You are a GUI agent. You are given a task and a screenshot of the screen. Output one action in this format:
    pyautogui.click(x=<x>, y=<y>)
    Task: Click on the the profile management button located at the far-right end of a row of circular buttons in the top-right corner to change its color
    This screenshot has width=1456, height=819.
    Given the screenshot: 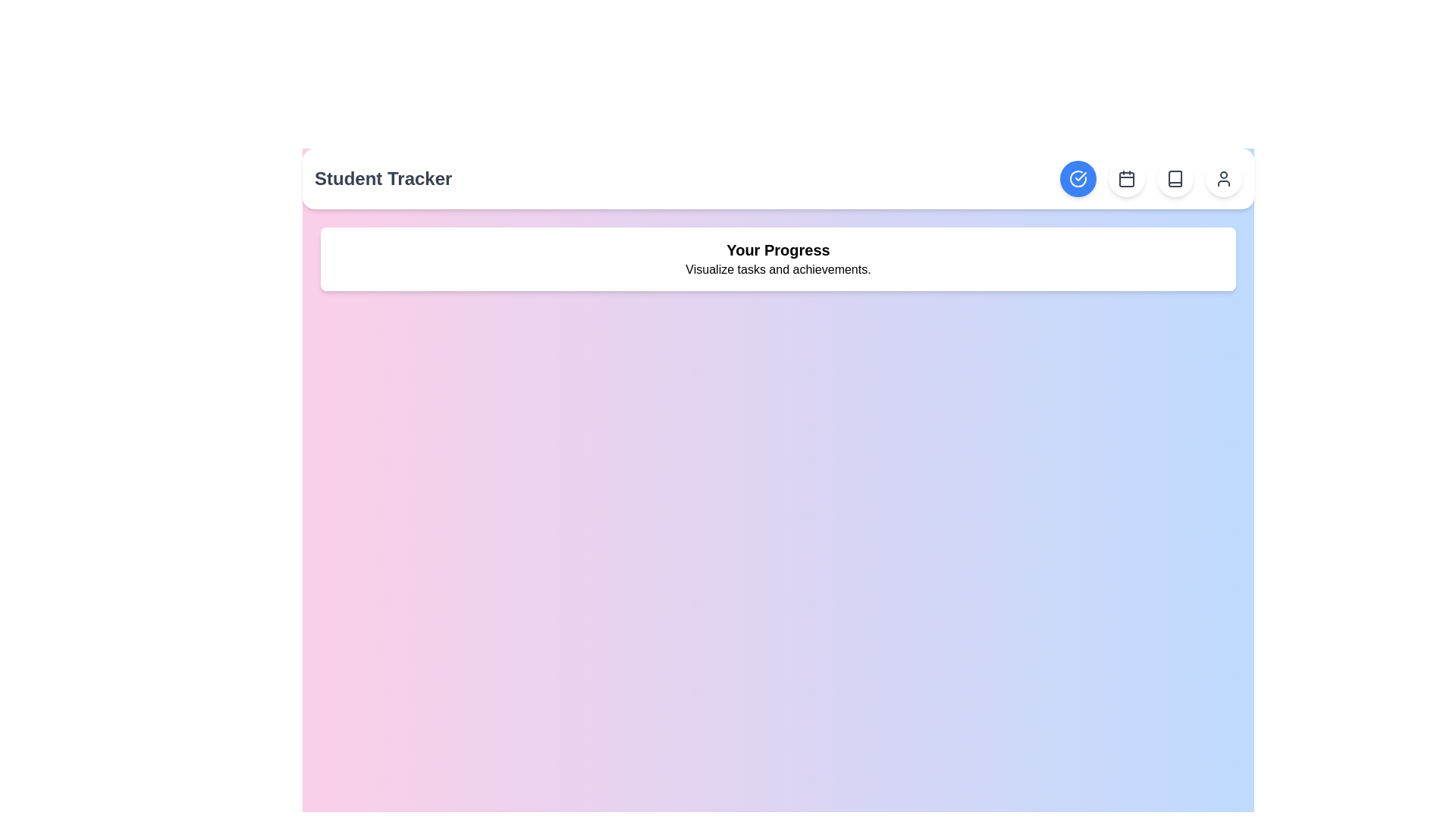 What is the action you would take?
    pyautogui.click(x=1223, y=177)
    